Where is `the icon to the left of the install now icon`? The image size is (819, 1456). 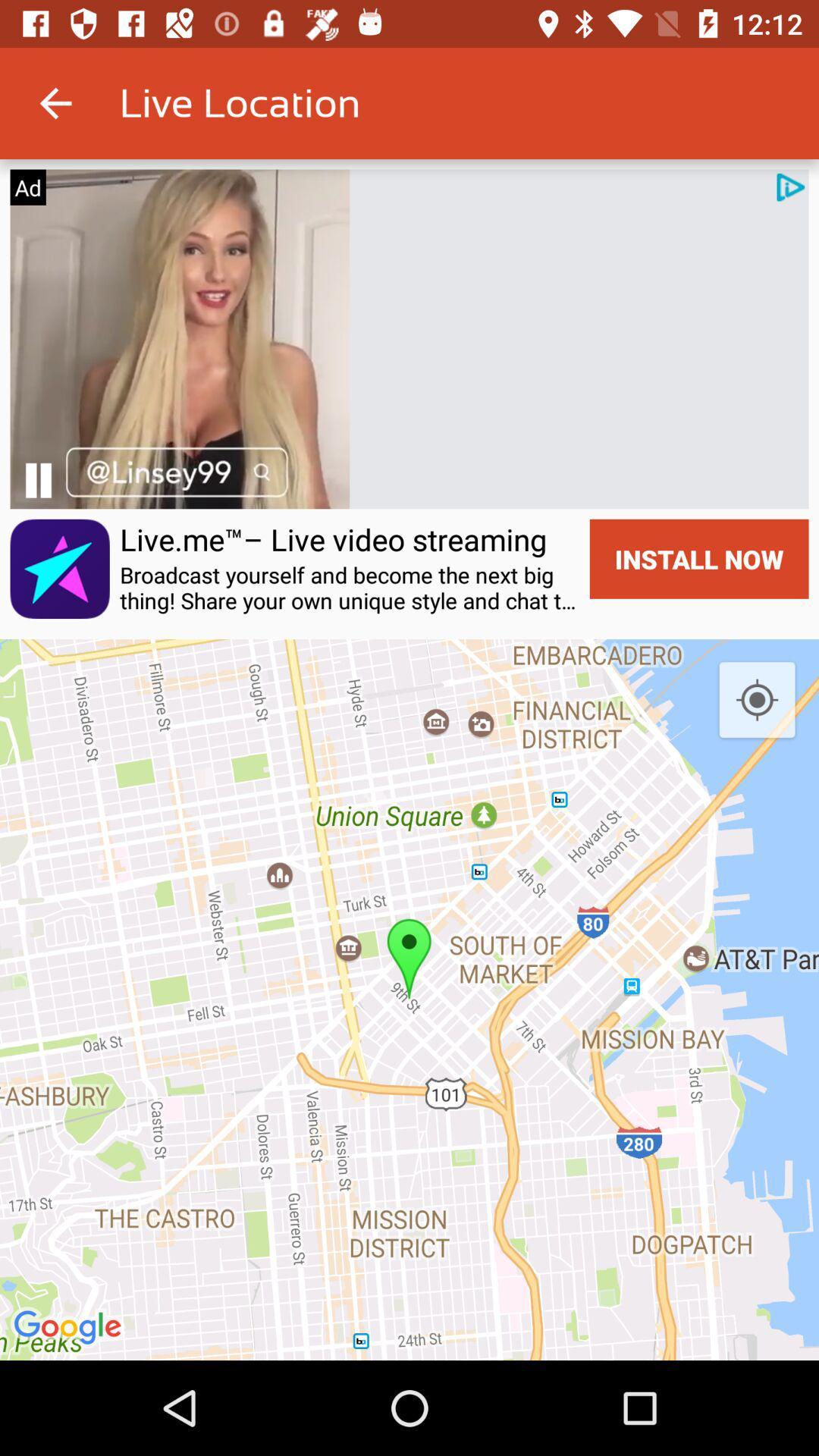 the icon to the left of the install now icon is located at coordinates (332, 539).